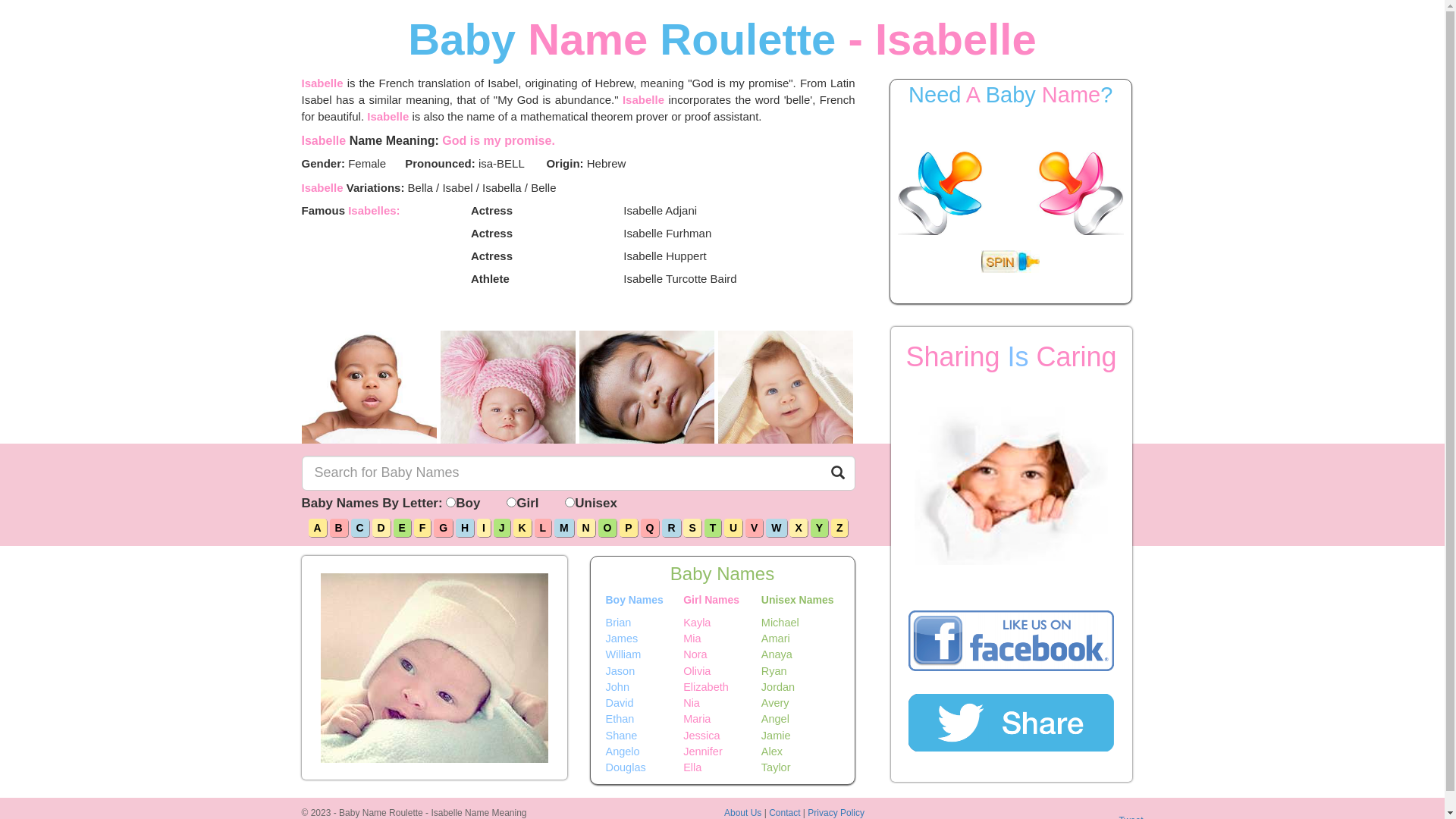  I want to click on 'Contact', so click(784, 812).